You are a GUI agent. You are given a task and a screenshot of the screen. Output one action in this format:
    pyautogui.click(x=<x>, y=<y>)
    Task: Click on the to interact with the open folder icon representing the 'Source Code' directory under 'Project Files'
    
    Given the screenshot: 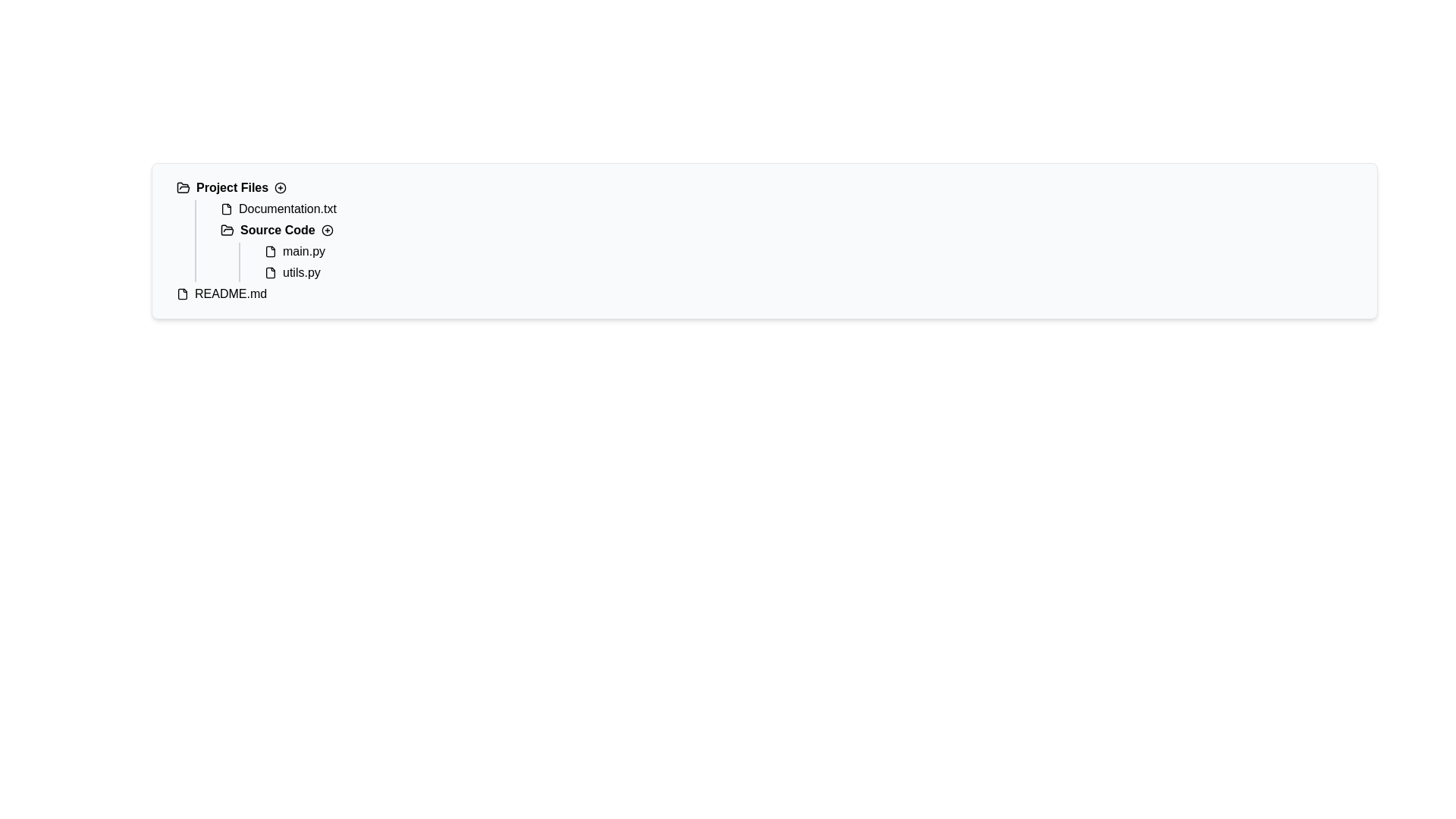 What is the action you would take?
    pyautogui.click(x=226, y=230)
    